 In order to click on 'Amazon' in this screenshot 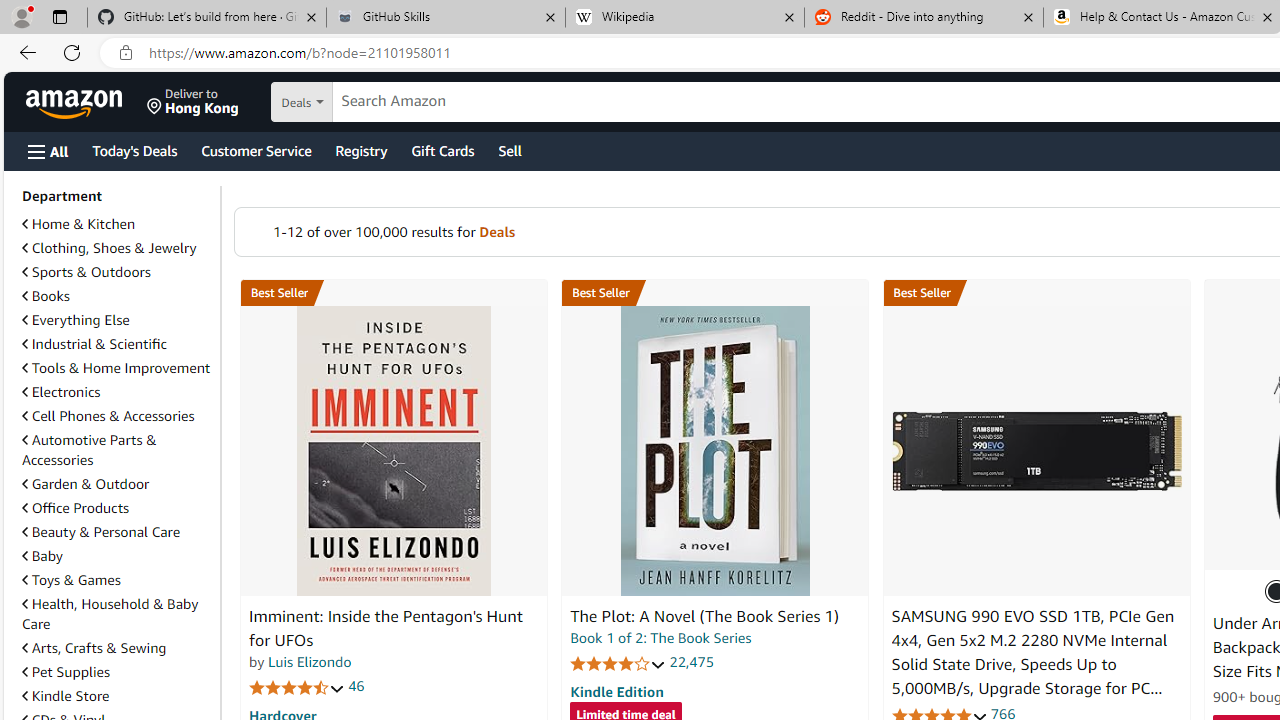, I will do `click(76, 101)`.